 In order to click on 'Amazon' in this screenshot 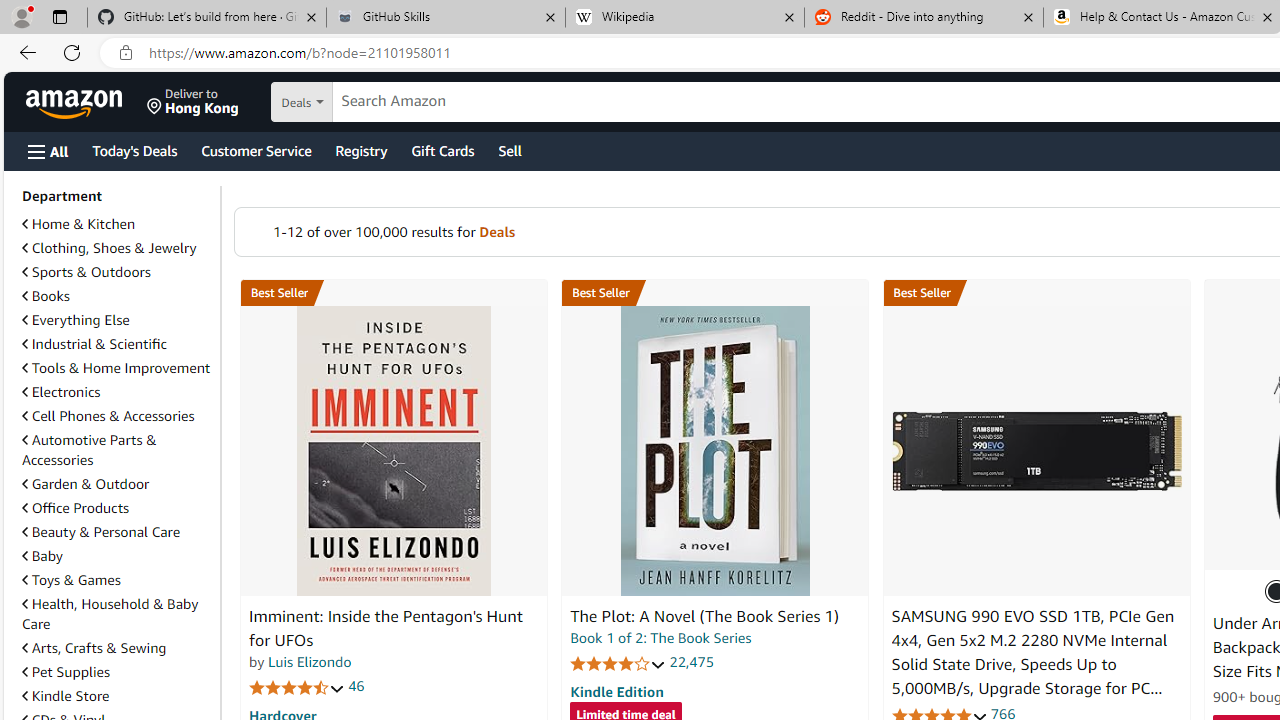, I will do `click(76, 101)`.